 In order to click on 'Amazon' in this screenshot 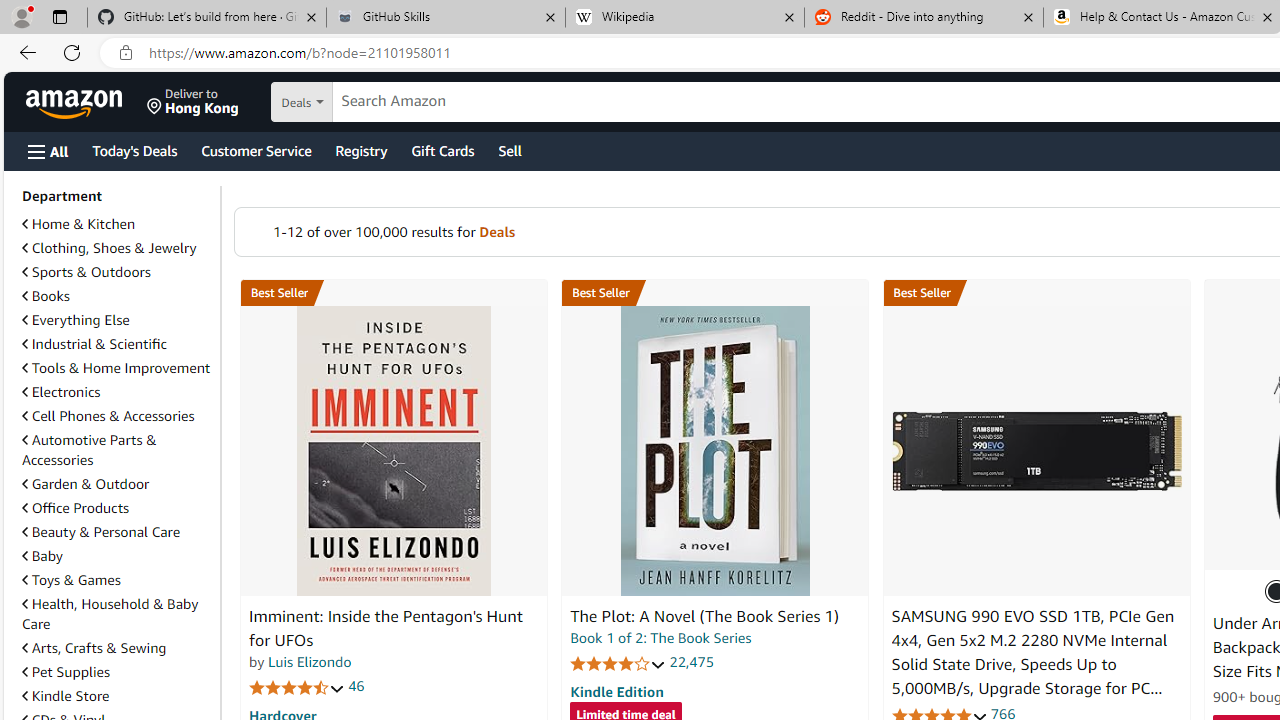, I will do `click(76, 101)`.